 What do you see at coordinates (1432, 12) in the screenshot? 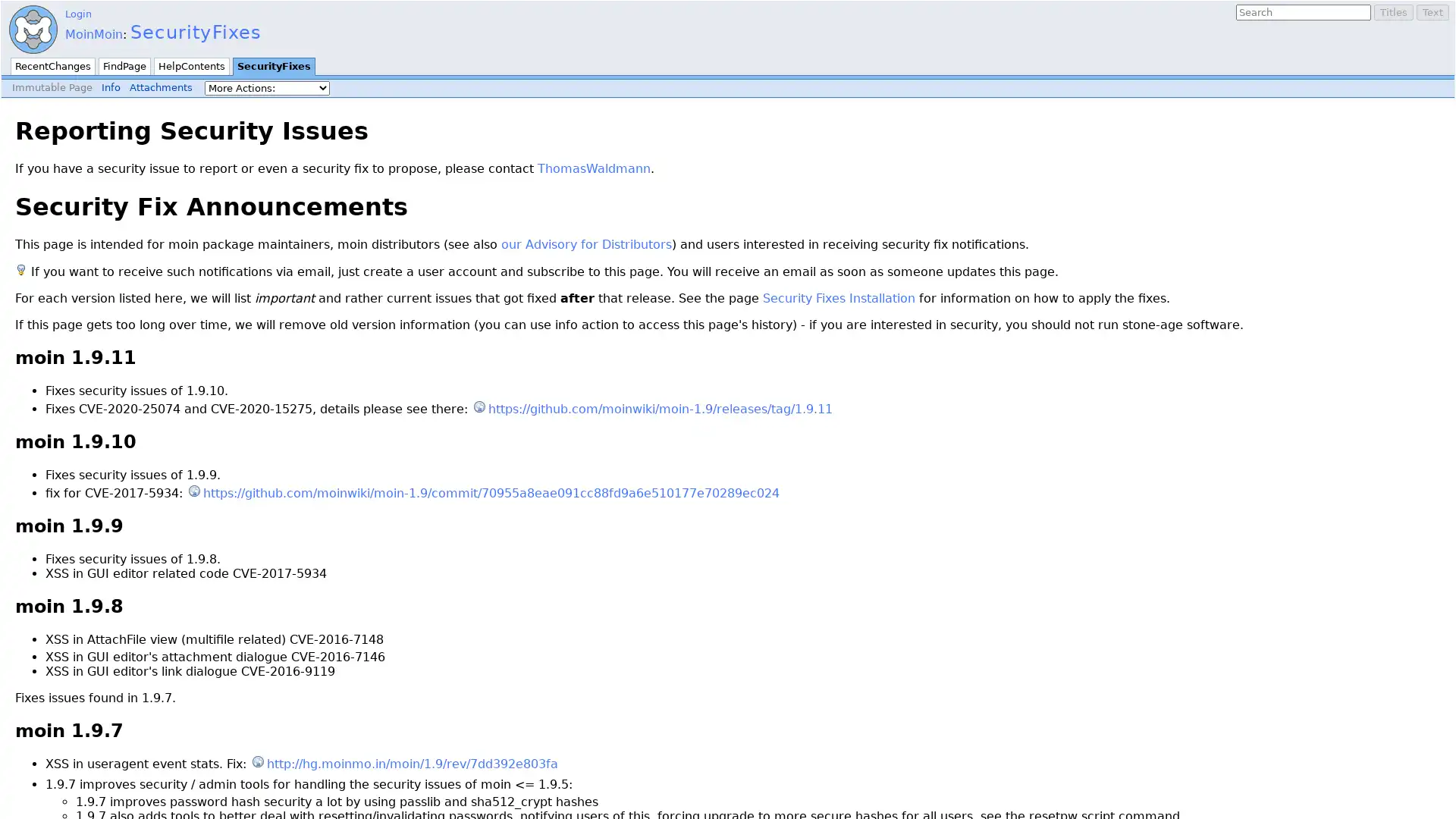
I see `Text` at bounding box center [1432, 12].